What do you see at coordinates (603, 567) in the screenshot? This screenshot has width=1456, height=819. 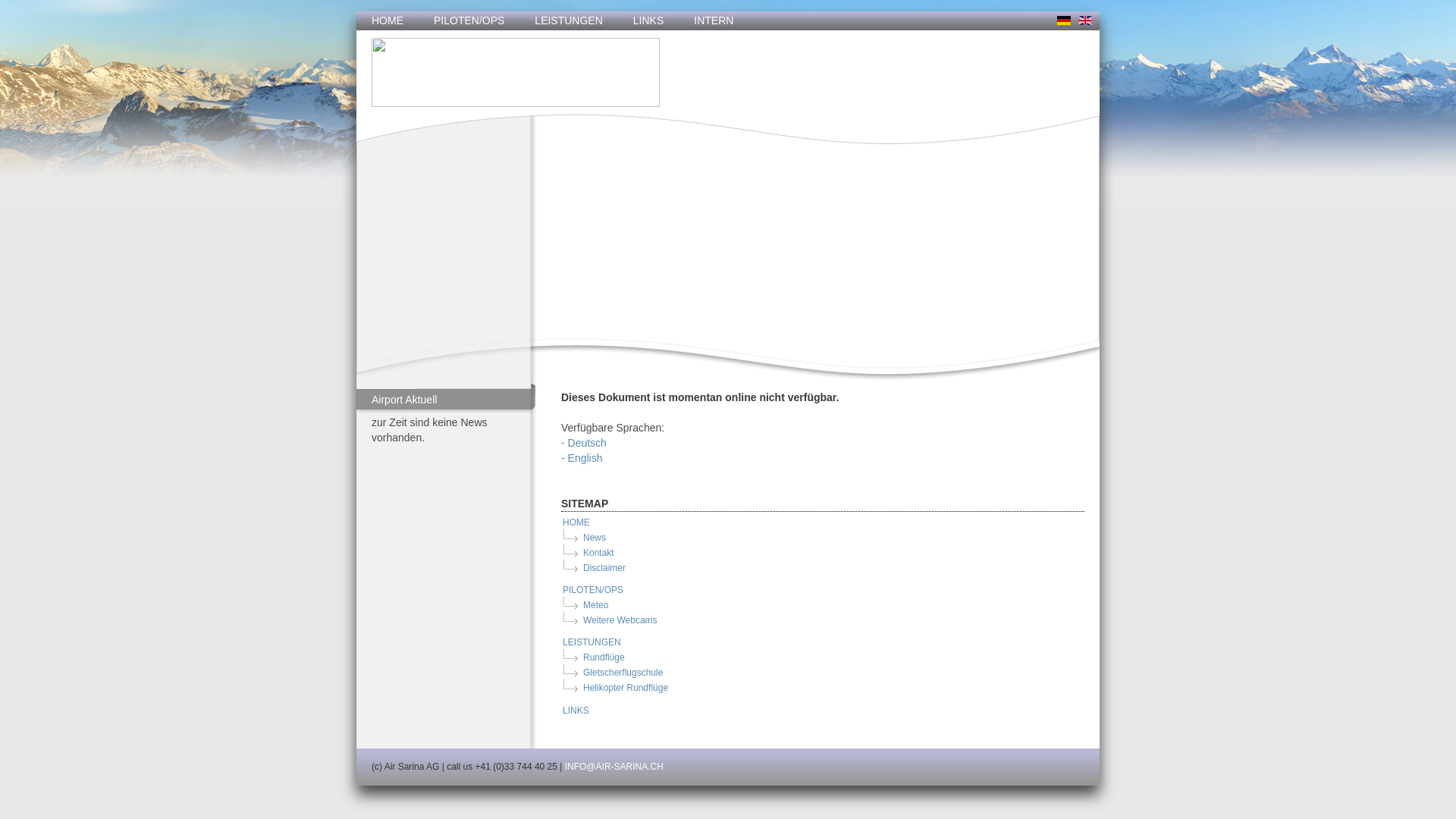 I see `'Disclaimer'` at bounding box center [603, 567].